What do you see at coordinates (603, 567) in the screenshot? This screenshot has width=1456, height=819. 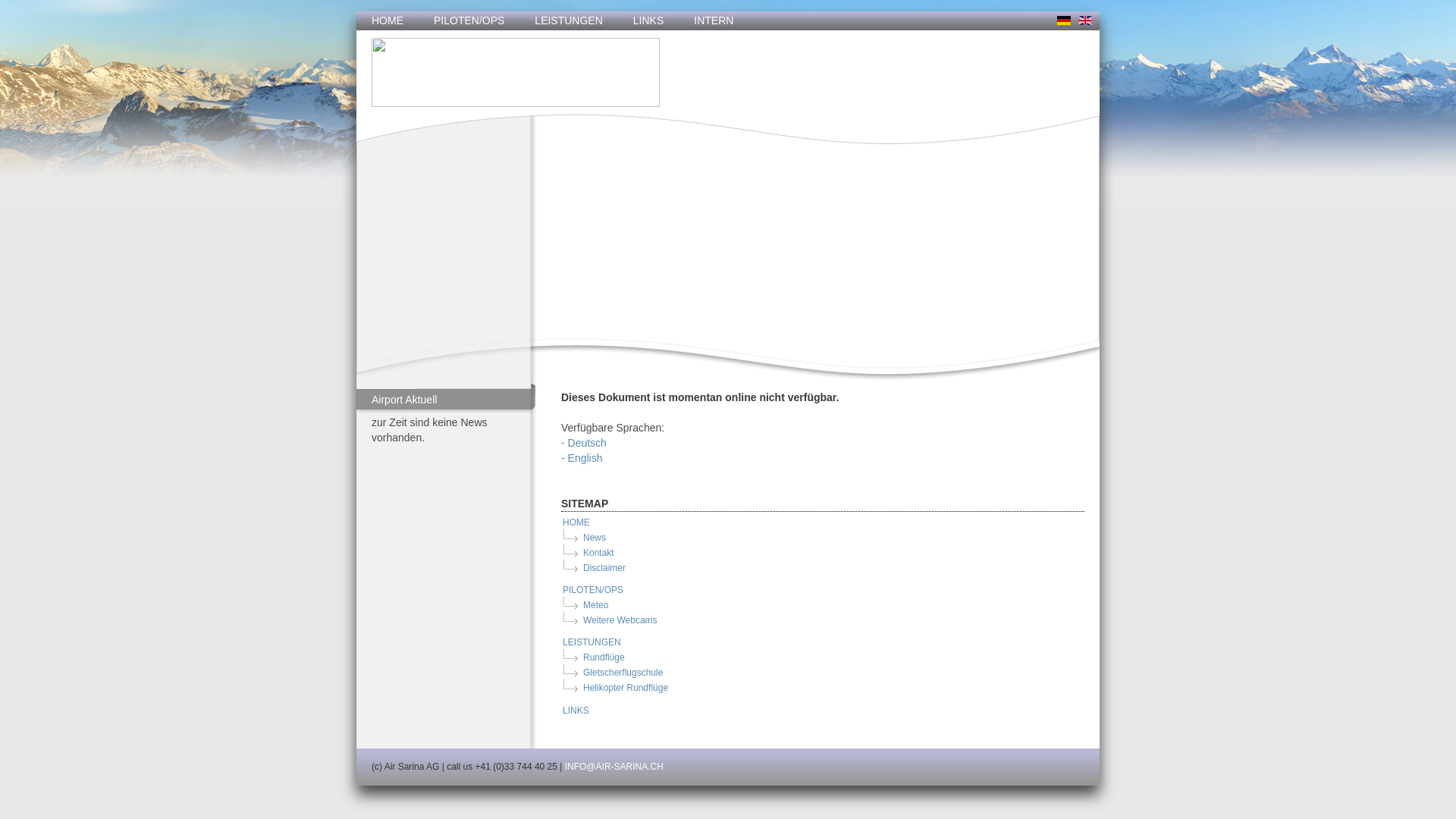 I see `'Disclaimer'` at bounding box center [603, 567].